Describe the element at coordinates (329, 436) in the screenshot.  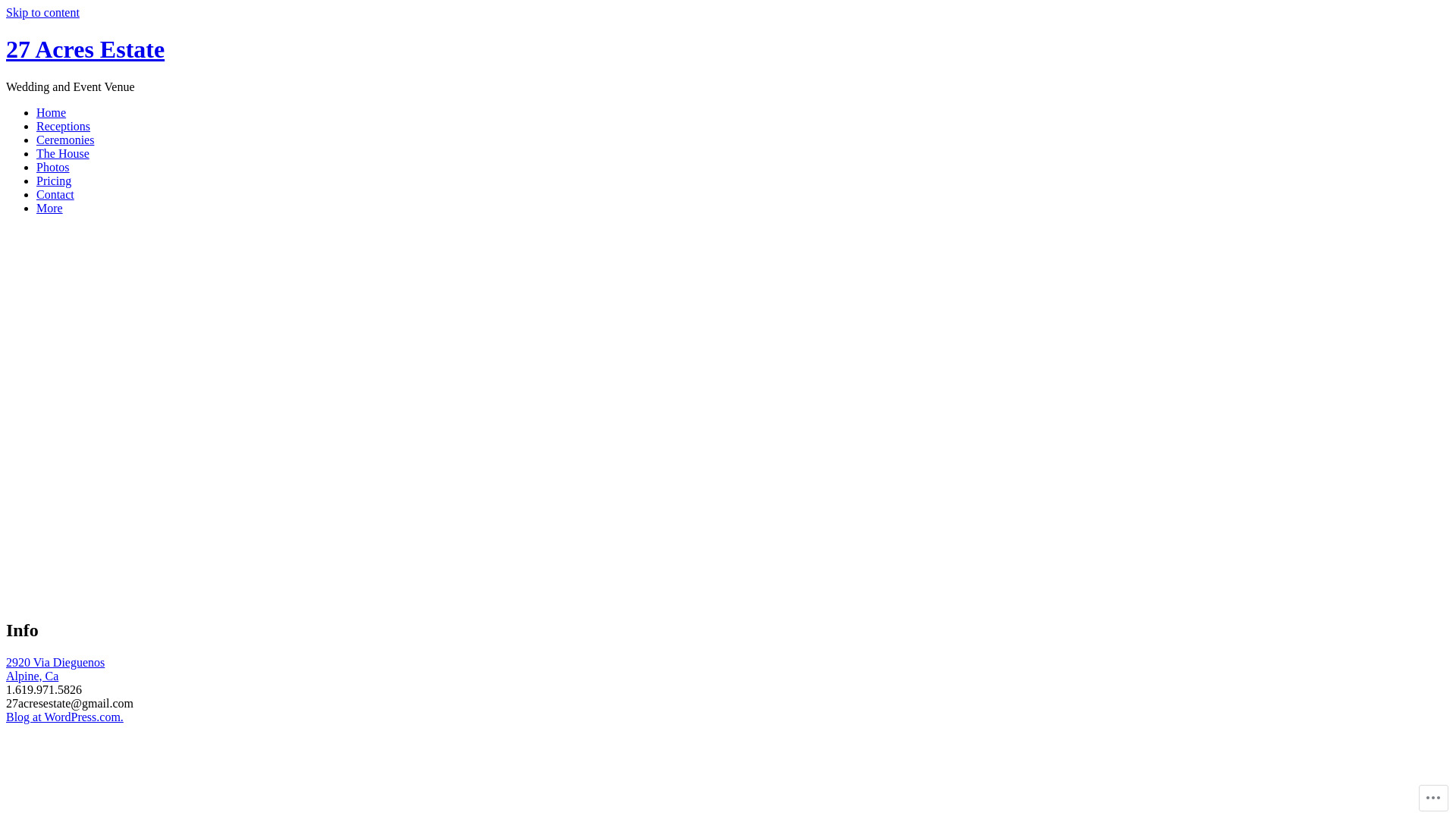
I see `'VideoPress Video Player'` at that location.